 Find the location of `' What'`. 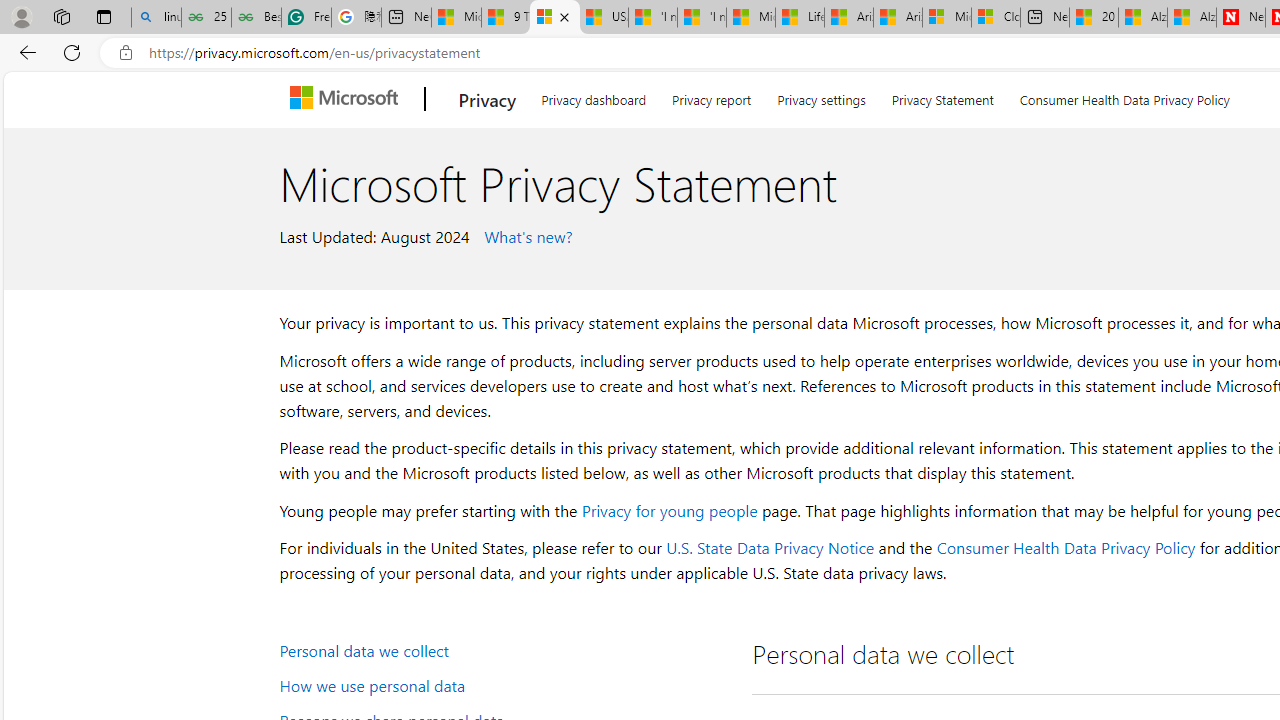

' What' is located at coordinates (526, 234).